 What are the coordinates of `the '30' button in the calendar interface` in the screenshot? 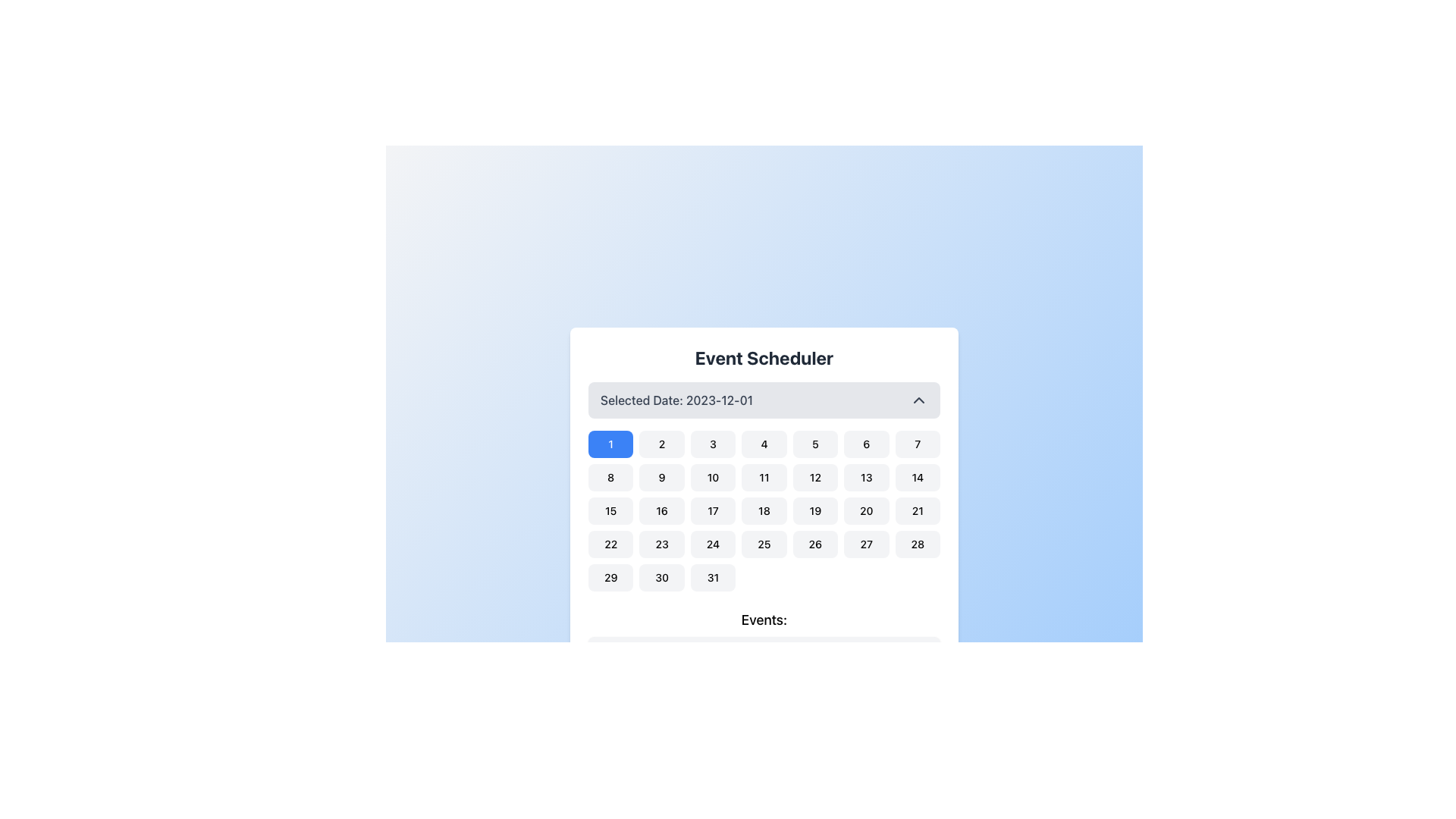 It's located at (662, 578).